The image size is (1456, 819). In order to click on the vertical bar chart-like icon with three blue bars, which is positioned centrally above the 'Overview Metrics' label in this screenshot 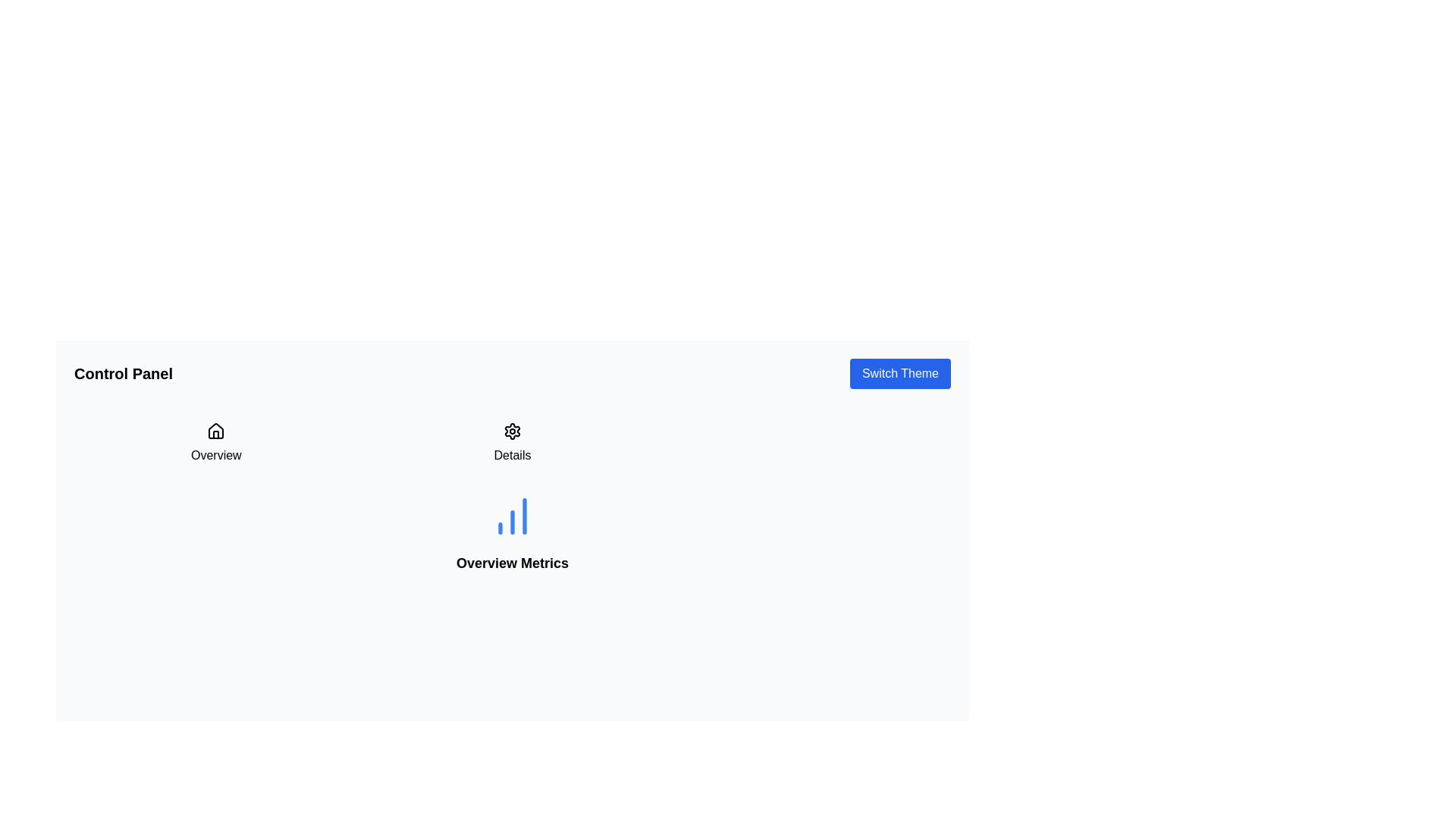, I will do `click(513, 516)`.